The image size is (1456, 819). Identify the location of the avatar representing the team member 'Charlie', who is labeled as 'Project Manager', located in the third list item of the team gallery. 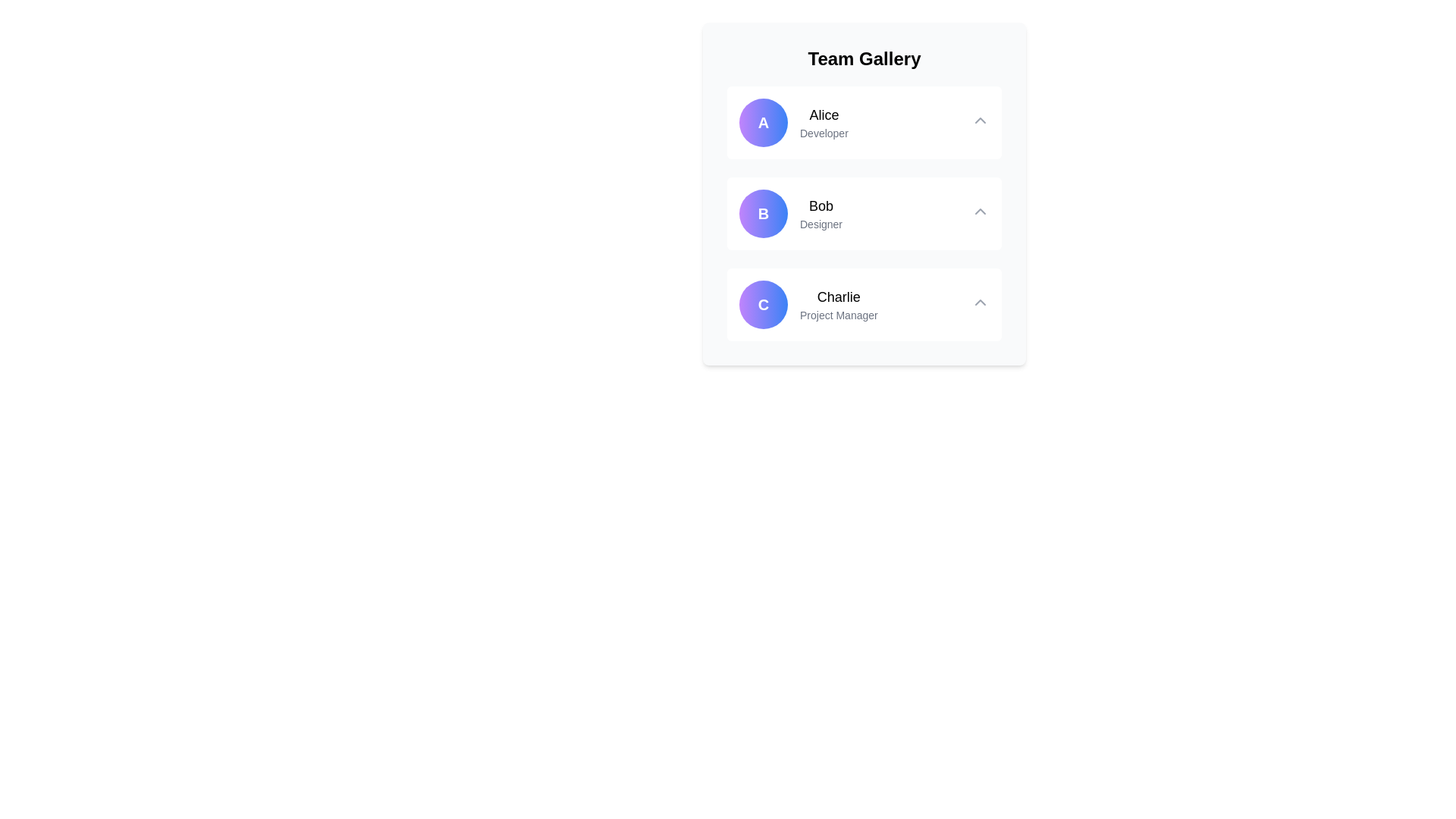
(764, 304).